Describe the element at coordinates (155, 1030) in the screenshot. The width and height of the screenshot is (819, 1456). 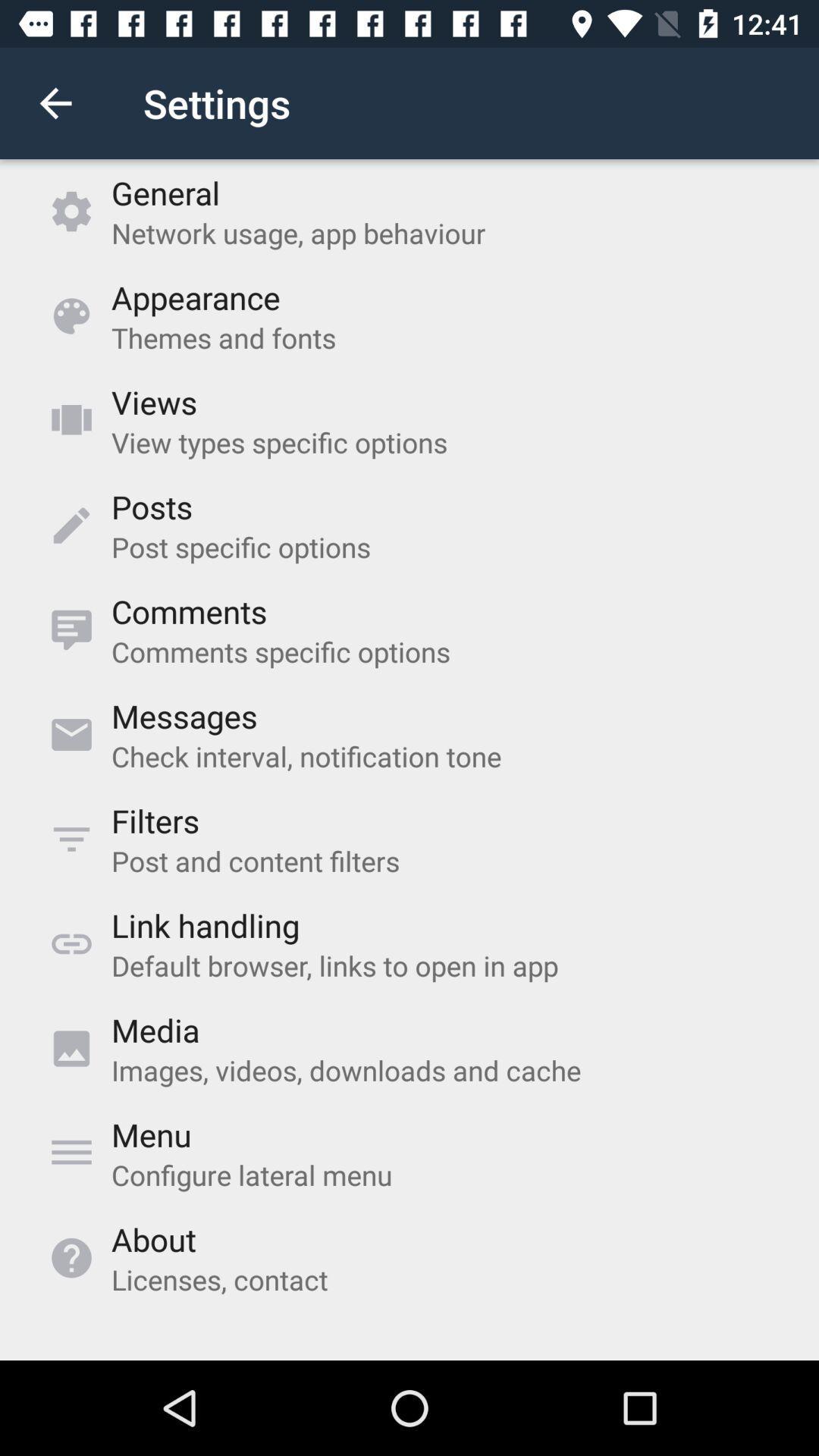
I see `media item` at that location.